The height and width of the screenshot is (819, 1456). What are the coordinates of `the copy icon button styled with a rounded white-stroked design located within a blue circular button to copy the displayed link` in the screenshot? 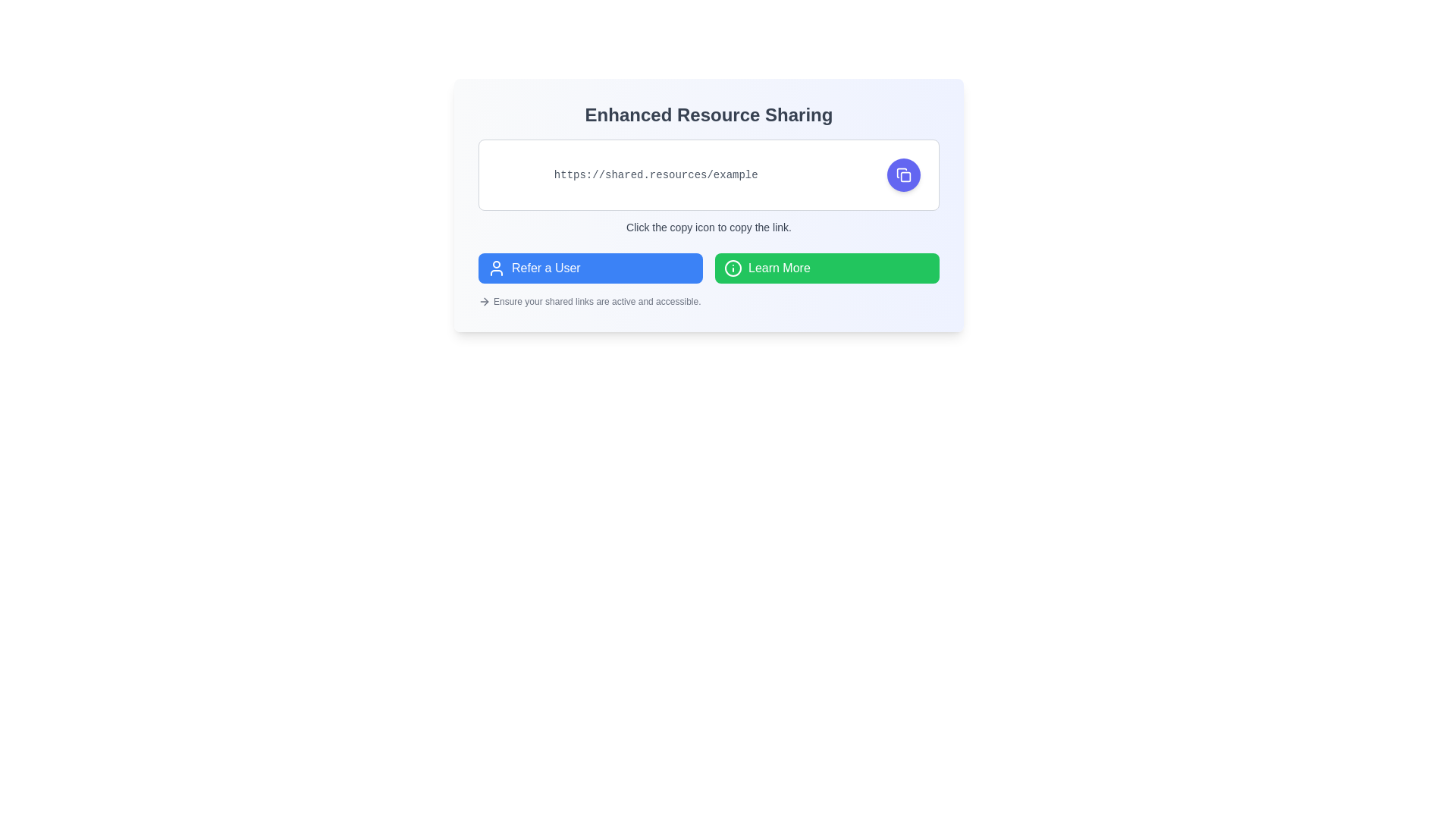 It's located at (903, 174).